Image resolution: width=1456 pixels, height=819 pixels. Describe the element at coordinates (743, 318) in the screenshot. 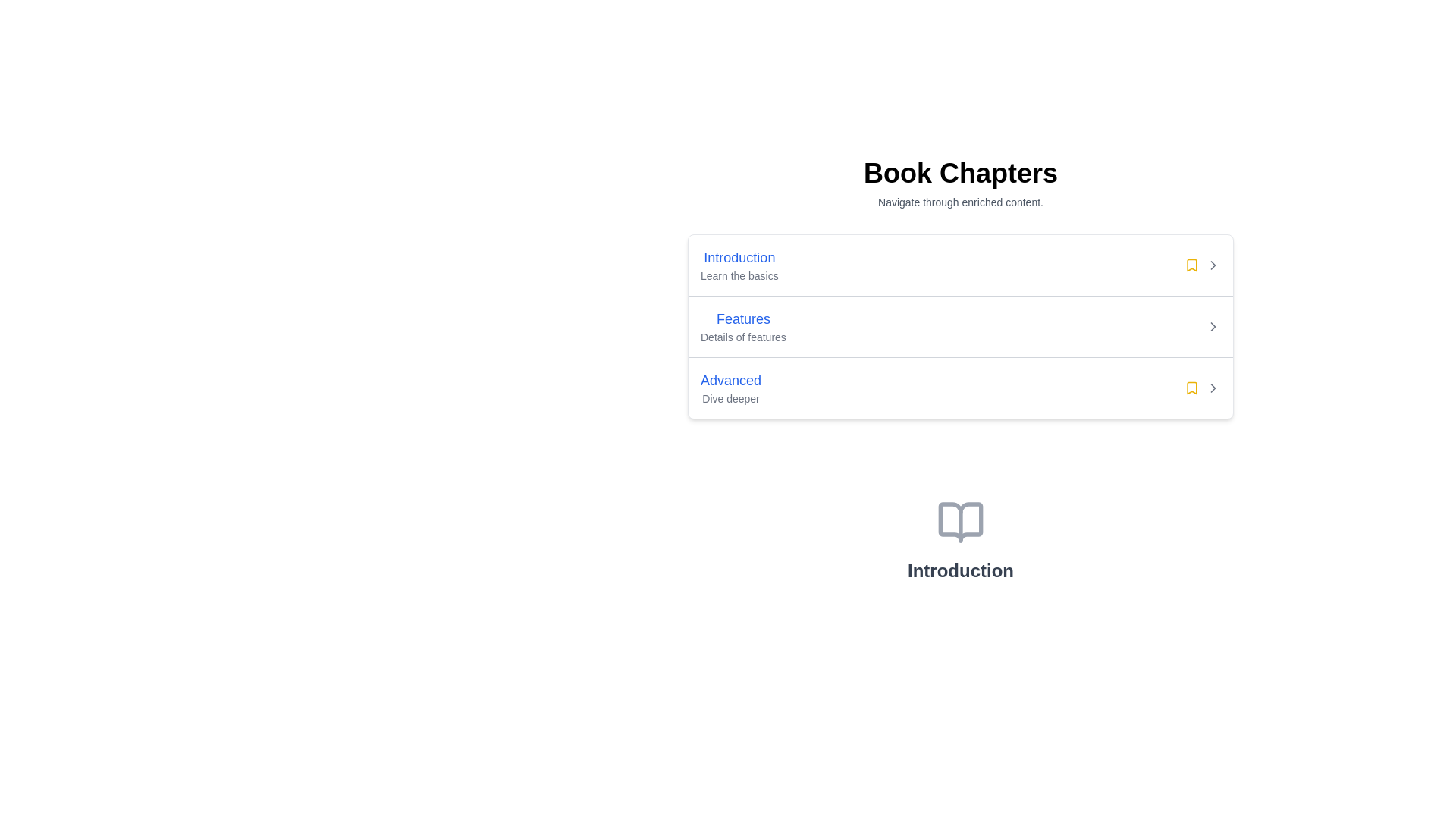

I see `the 'Features' hyperlink, styled with a large bold blue font, located as the second item in the 'Book Chapters' section` at that location.